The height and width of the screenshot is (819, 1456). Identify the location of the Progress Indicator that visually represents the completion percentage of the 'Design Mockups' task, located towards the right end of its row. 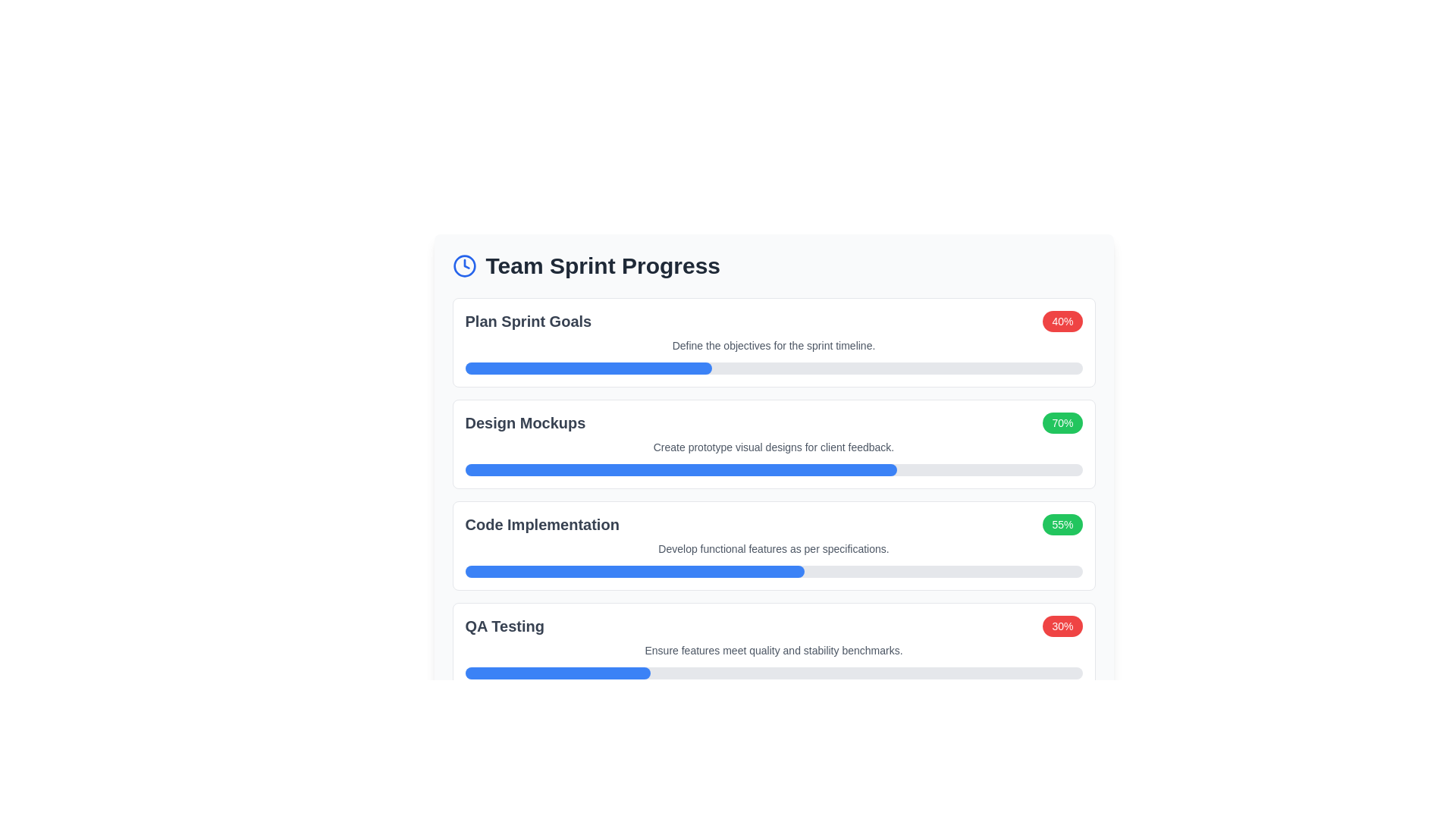
(1062, 423).